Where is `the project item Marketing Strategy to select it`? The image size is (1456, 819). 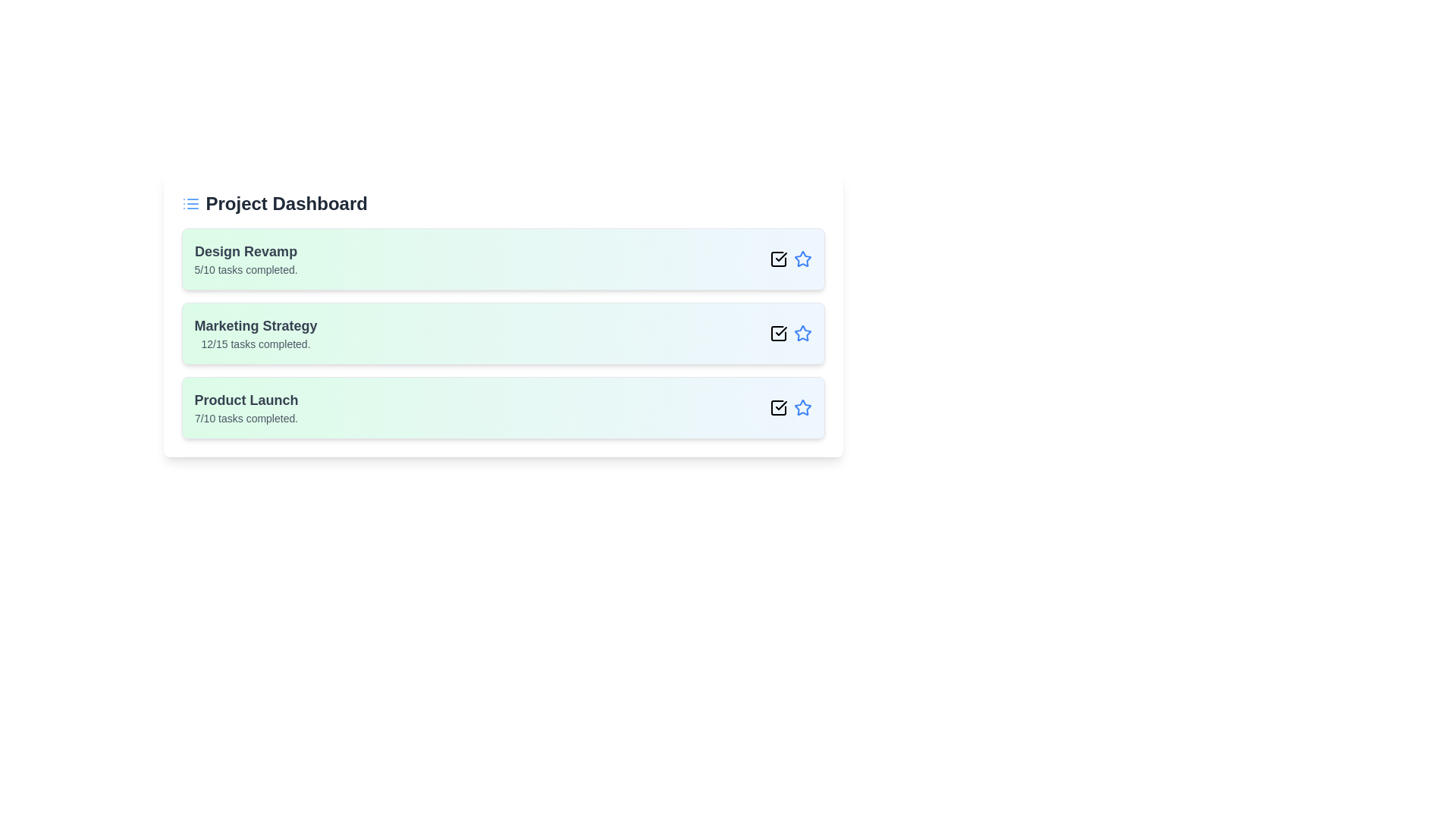 the project item Marketing Strategy to select it is located at coordinates (503, 332).